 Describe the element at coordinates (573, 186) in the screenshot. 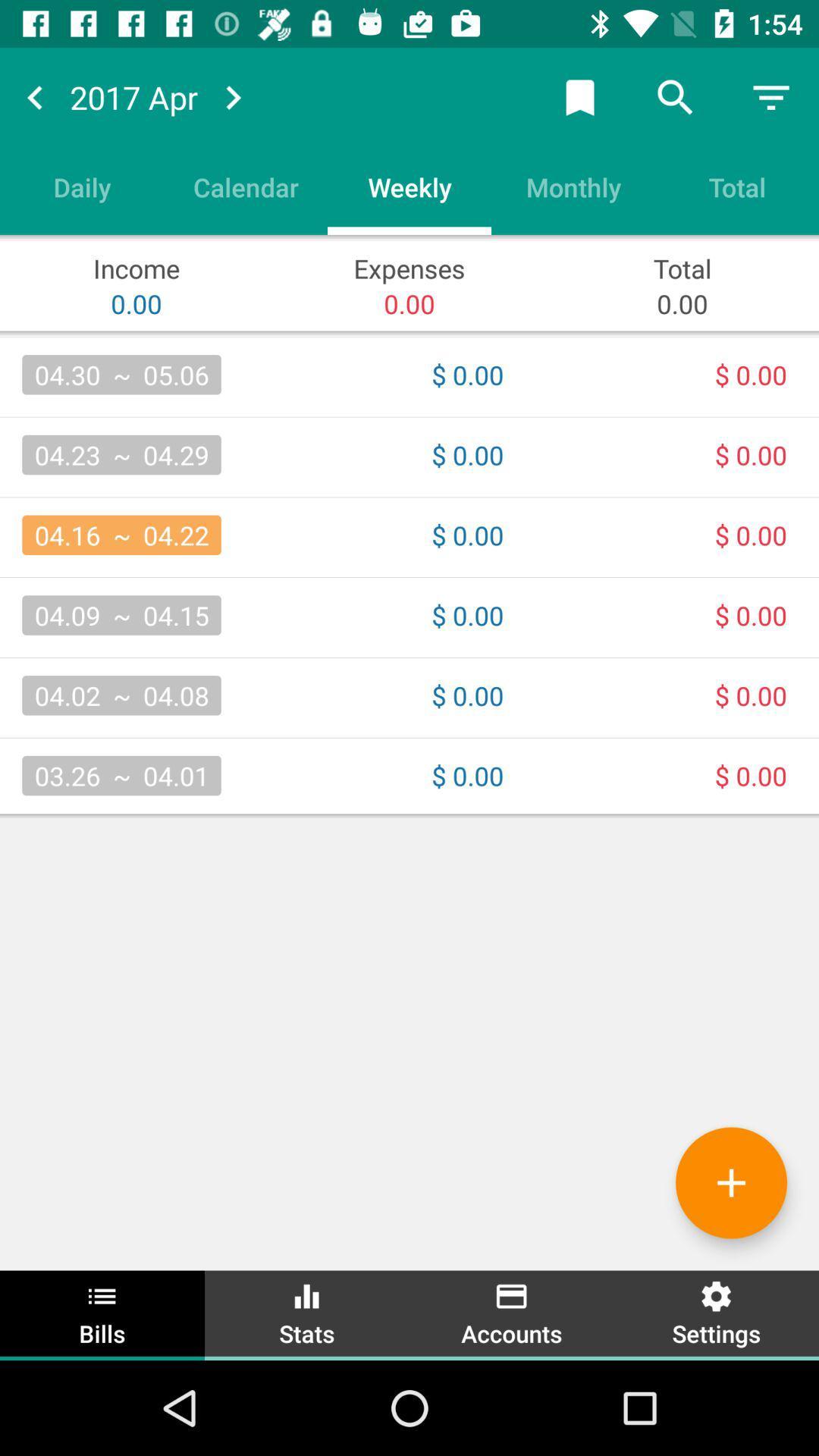

I see `the monthly icon` at that location.